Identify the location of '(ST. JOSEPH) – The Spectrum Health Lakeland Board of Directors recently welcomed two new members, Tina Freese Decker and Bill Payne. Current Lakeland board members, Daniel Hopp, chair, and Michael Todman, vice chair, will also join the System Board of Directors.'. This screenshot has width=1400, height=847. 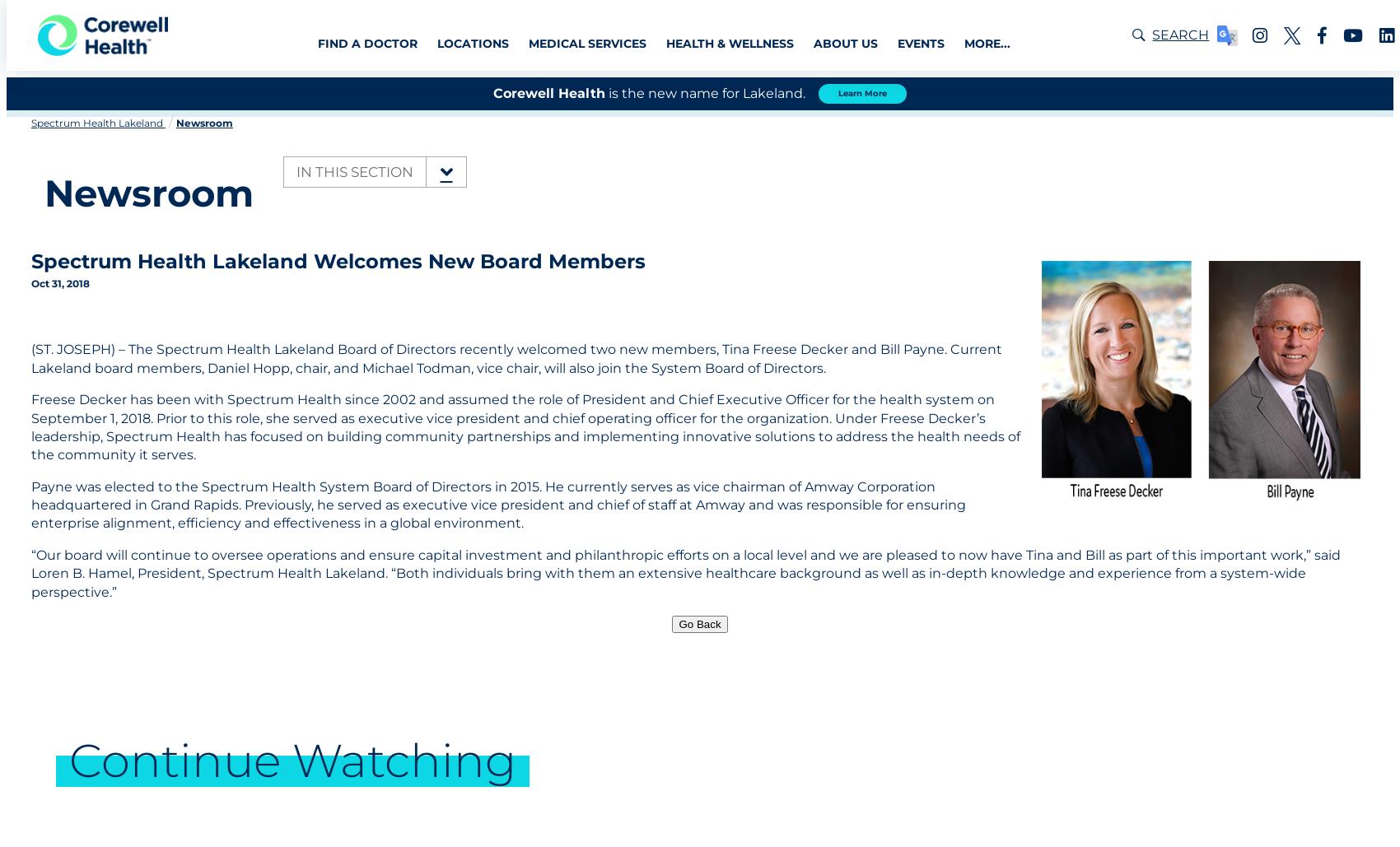
(516, 357).